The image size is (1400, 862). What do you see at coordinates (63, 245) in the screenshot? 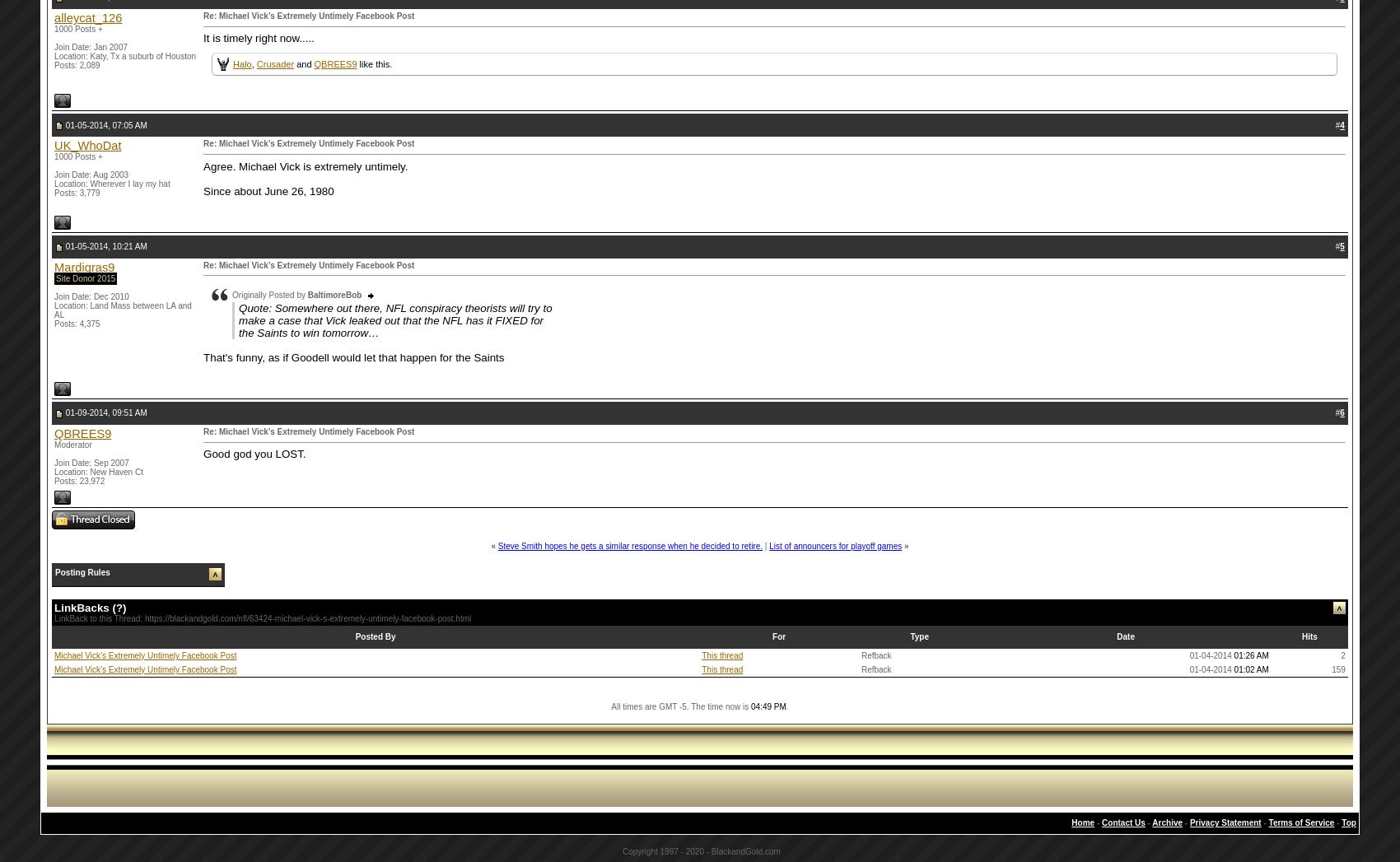
I see `'01-05-2014, 10:21 AM'` at bounding box center [63, 245].